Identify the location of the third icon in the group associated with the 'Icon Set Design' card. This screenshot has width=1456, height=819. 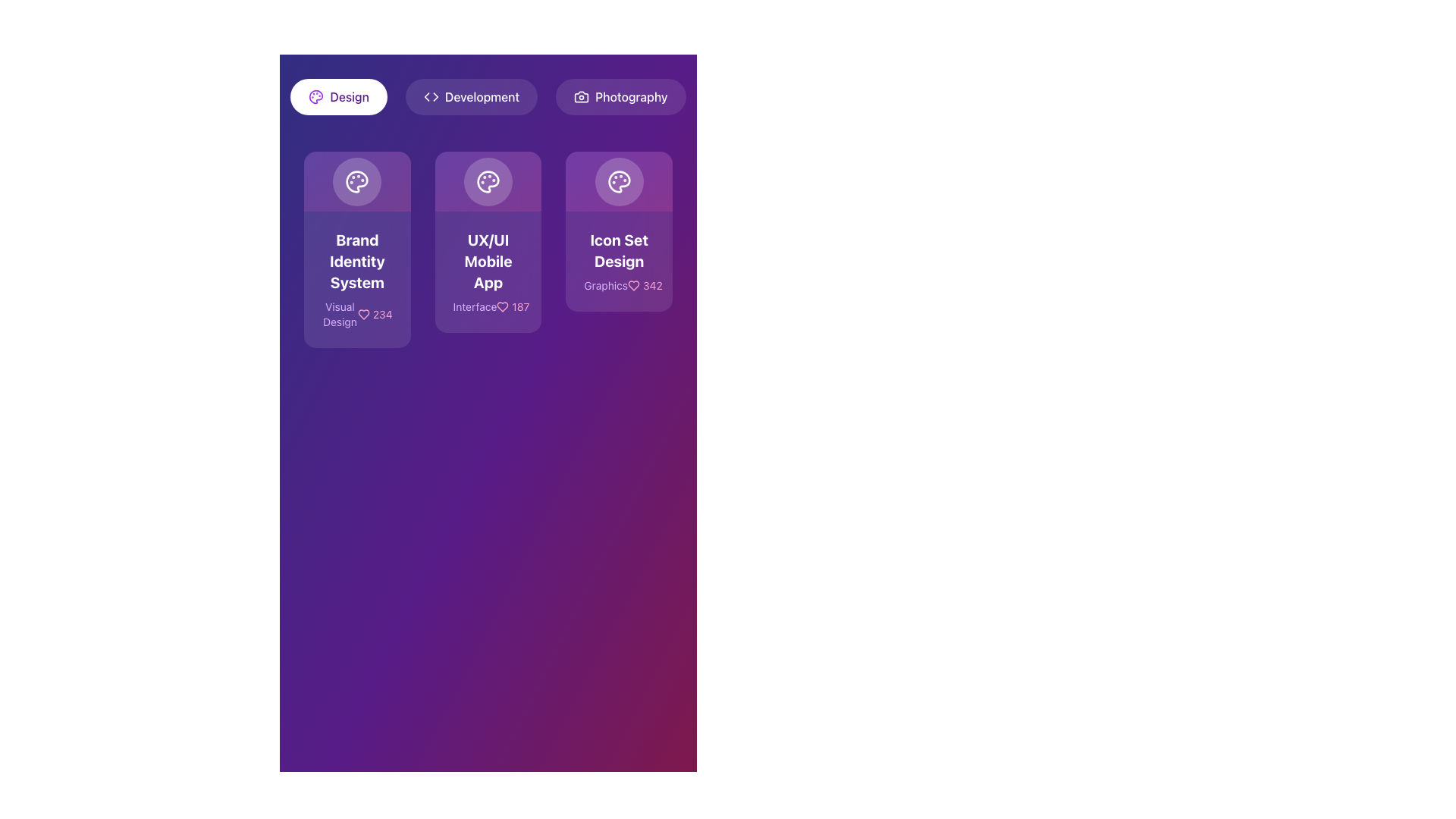
(619, 180).